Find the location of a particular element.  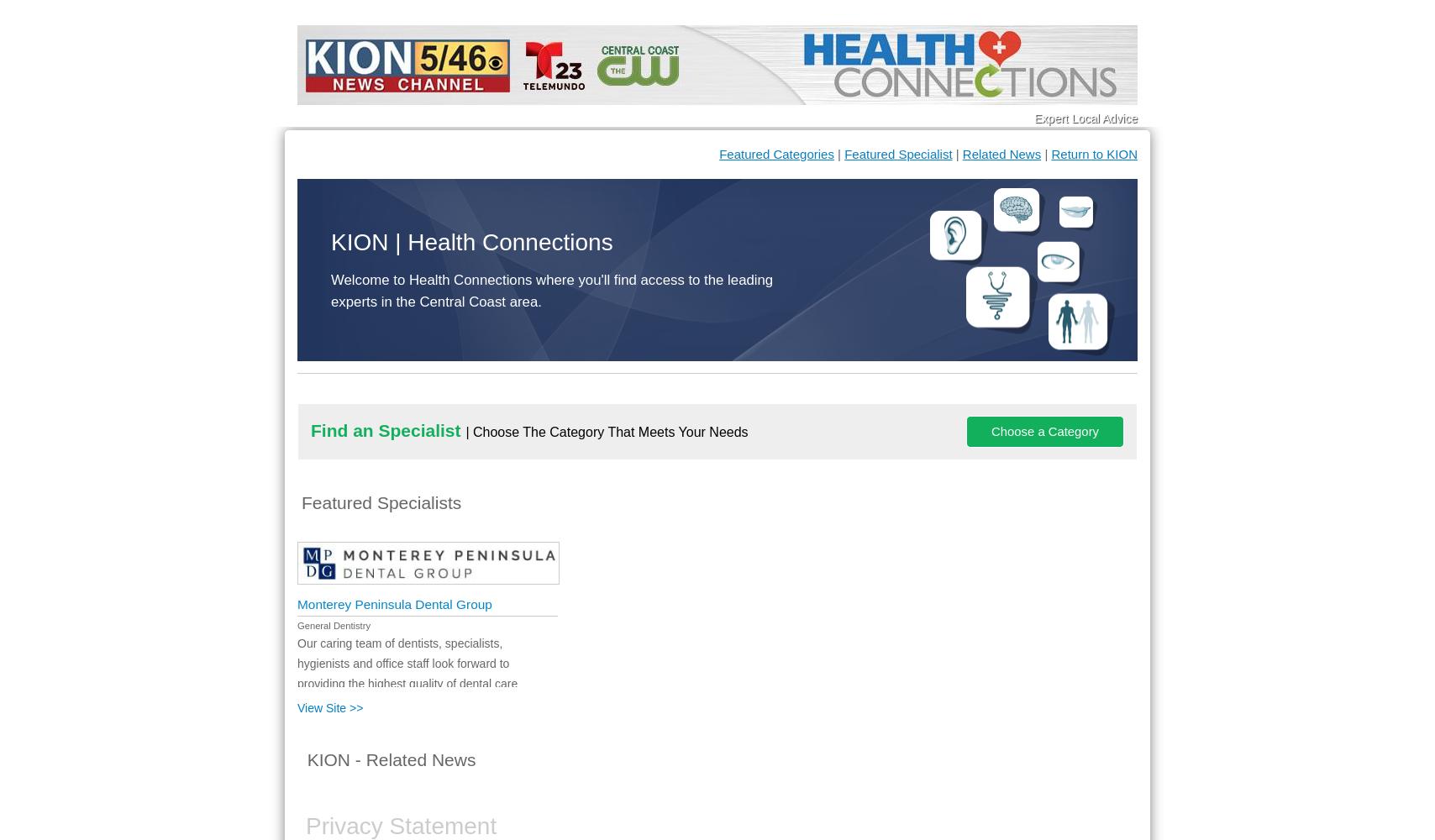

'General Dentistry' is located at coordinates (334, 625).